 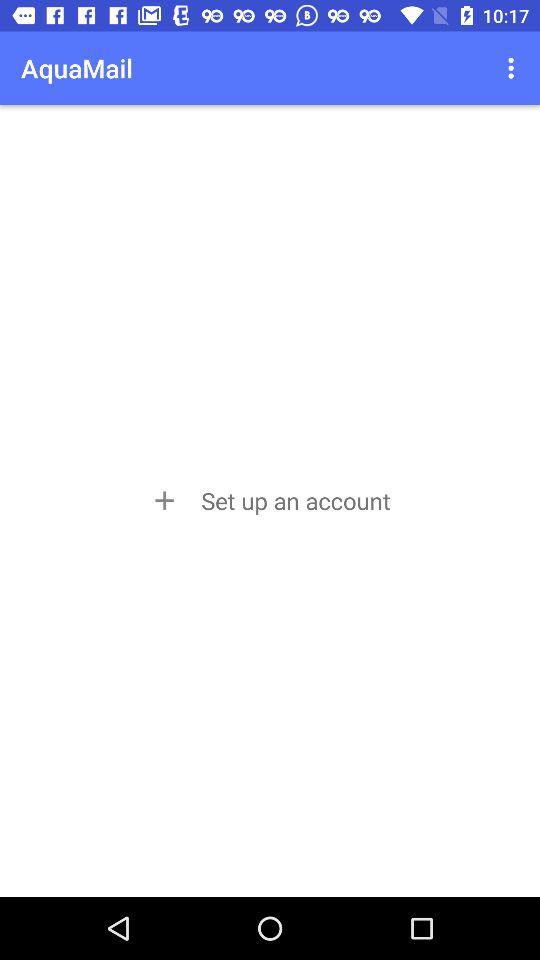 What do you see at coordinates (269, 499) in the screenshot?
I see `set up an item` at bounding box center [269, 499].